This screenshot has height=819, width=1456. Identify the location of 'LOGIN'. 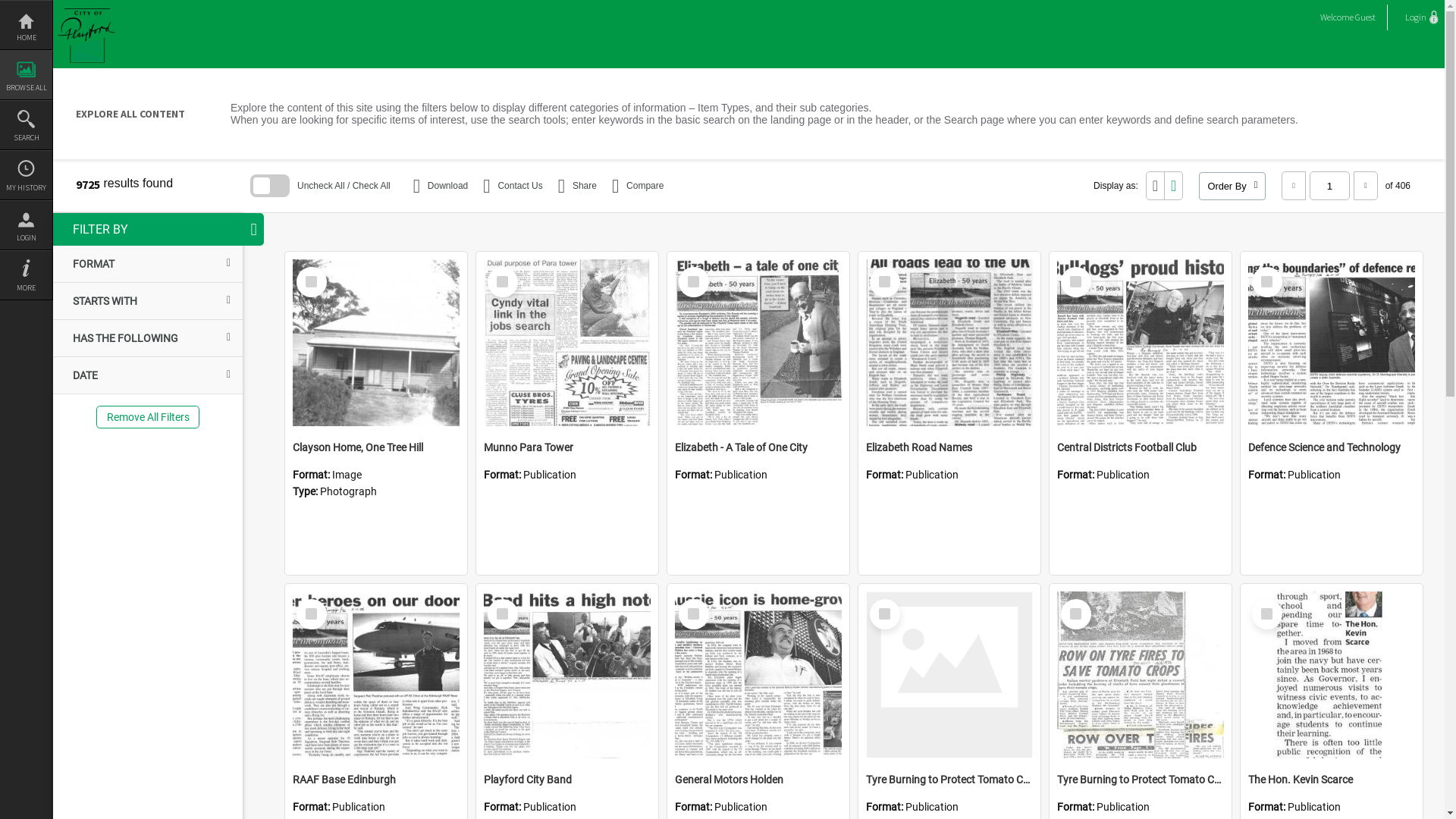
(26, 225).